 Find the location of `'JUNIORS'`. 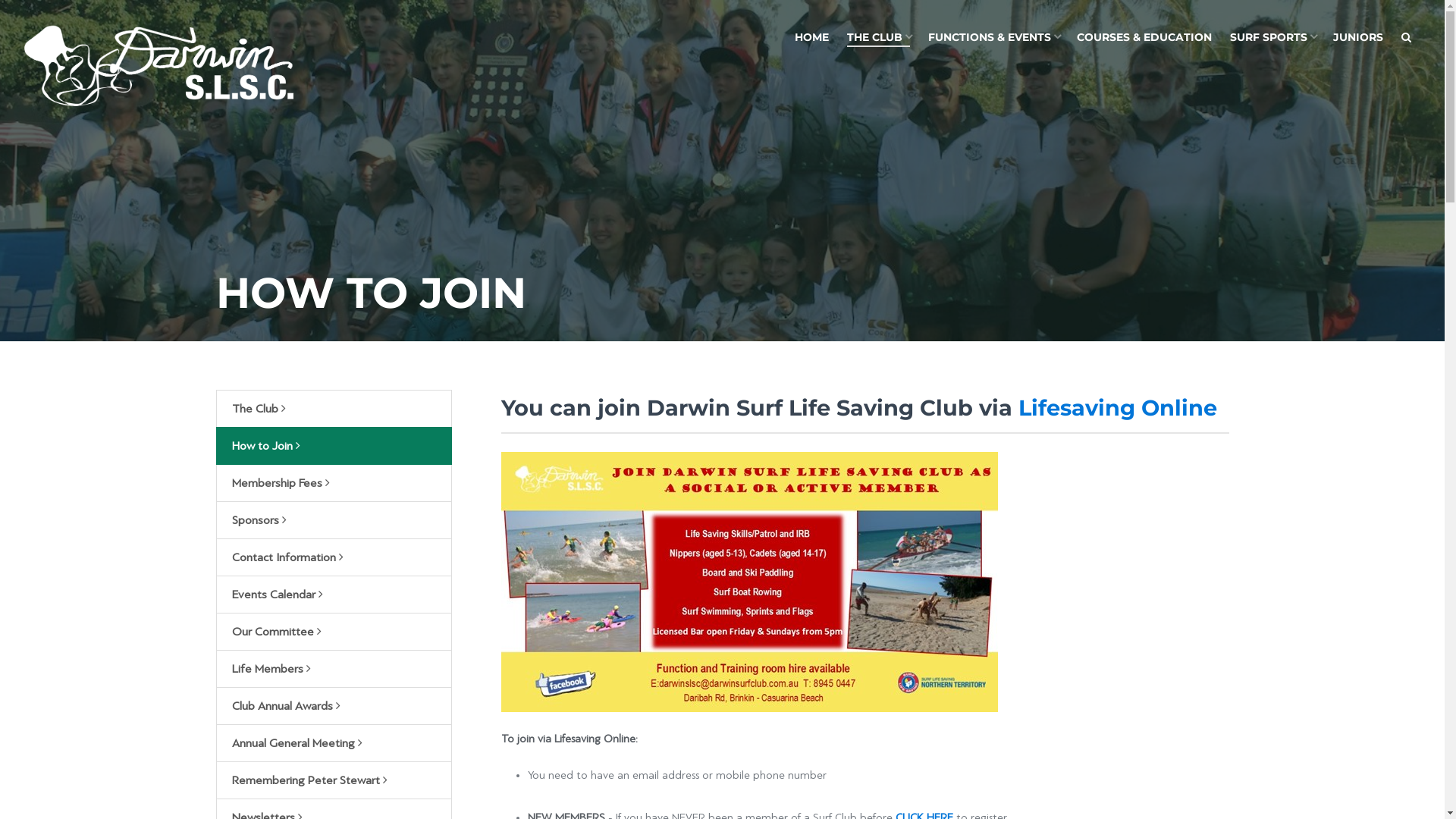

'JUNIORS' is located at coordinates (1323, 36).